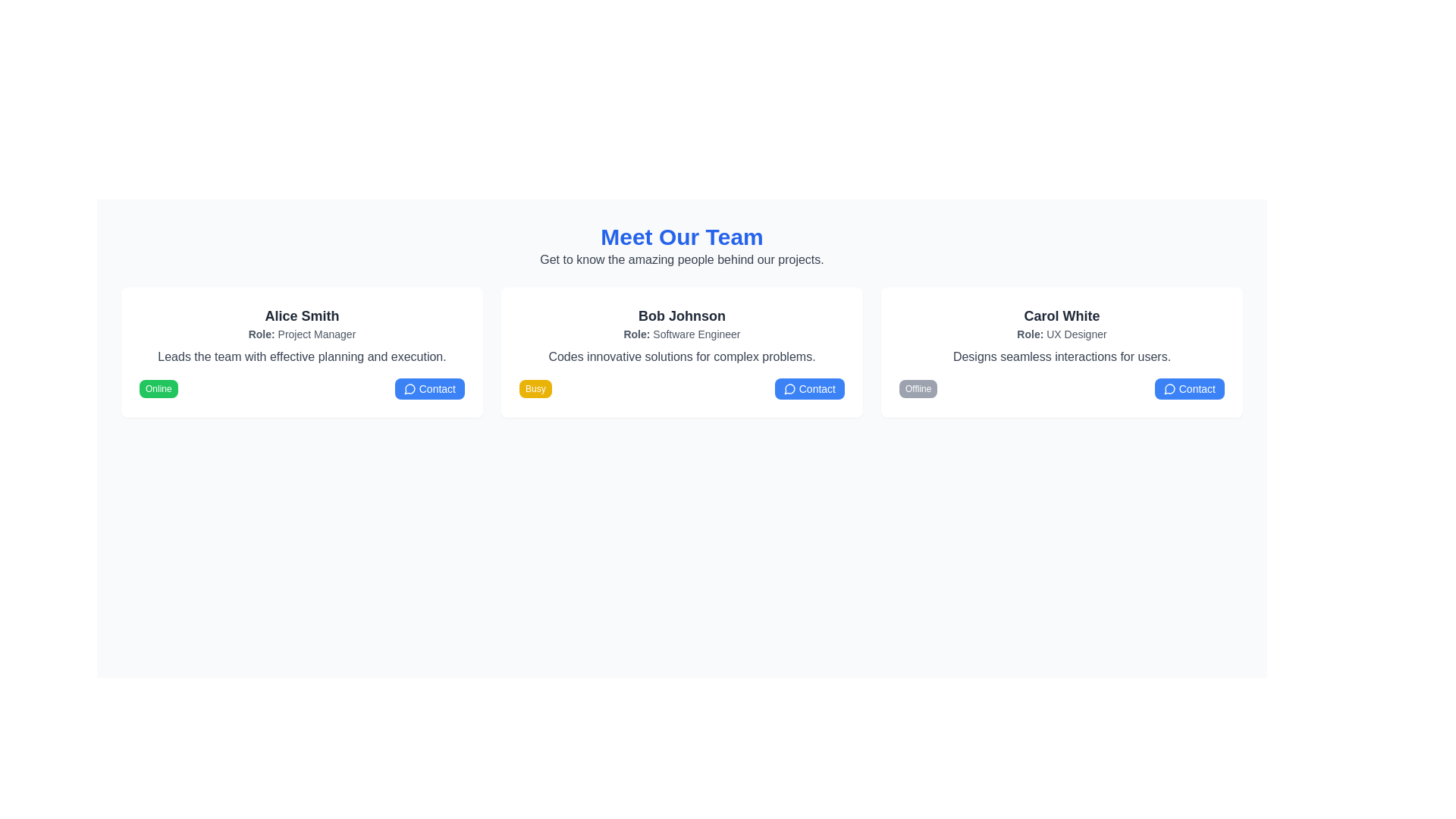 This screenshot has width=1456, height=819. I want to click on the button located to the right of the yellow badge labeled 'Busy' within the card for 'Bob Johnson' to trigger the hover effect, so click(808, 388).